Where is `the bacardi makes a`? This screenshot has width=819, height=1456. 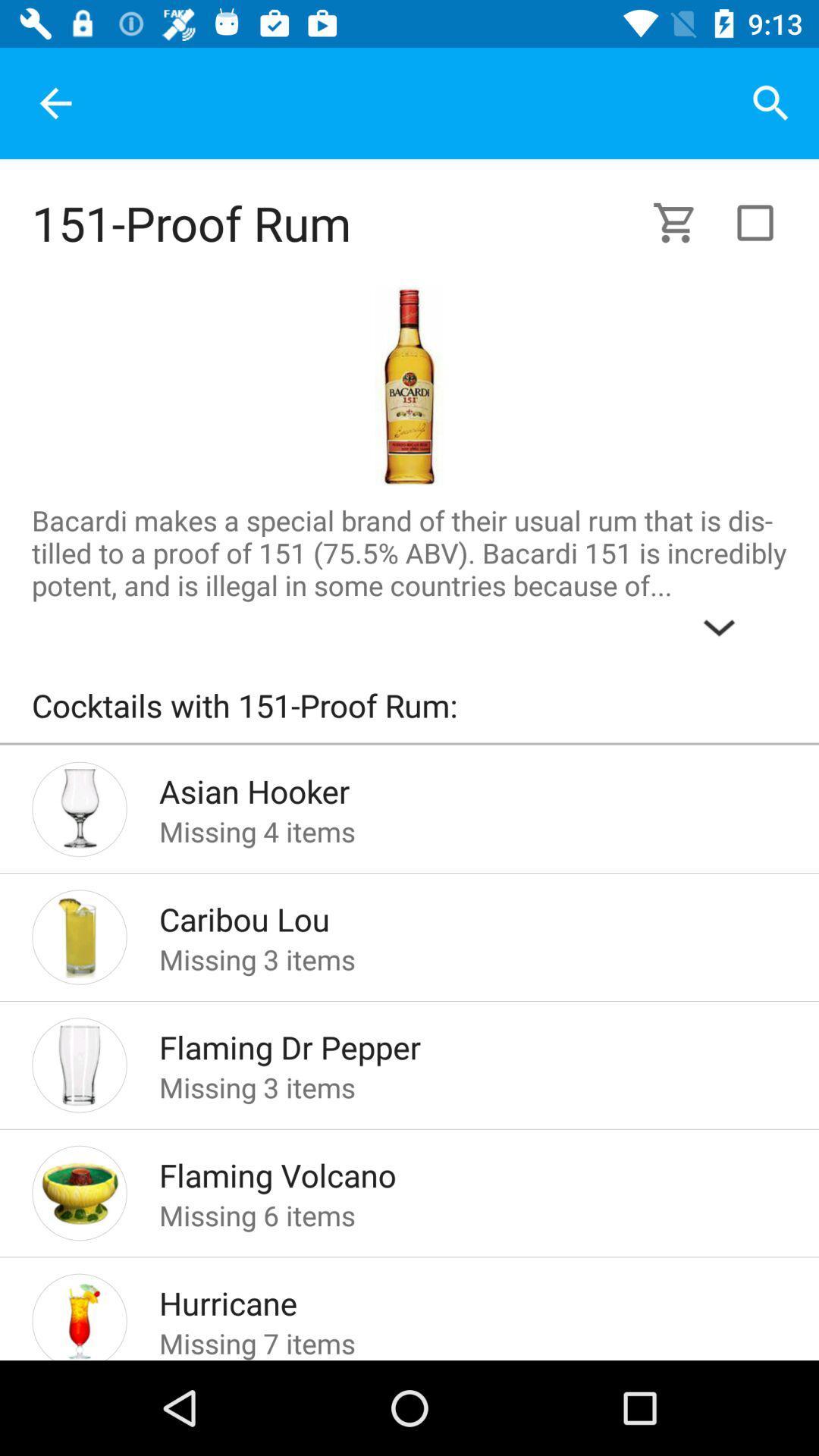
the bacardi makes a is located at coordinates (409, 576).